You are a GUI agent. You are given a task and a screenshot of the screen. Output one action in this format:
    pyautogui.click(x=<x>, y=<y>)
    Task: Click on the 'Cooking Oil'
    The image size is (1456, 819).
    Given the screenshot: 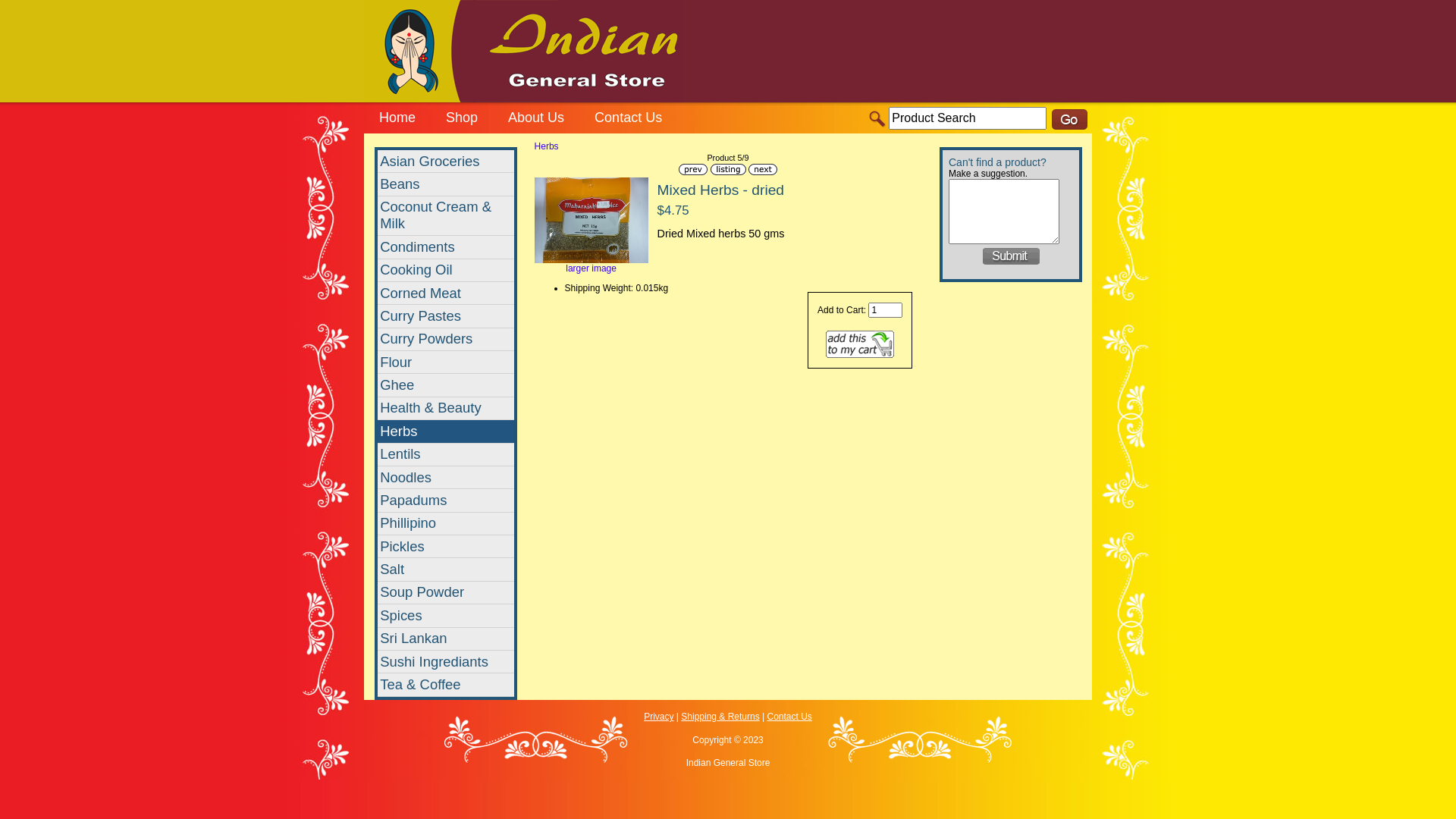 What is the action you would take?
    pyautogui.click(x=378, y=270)
    